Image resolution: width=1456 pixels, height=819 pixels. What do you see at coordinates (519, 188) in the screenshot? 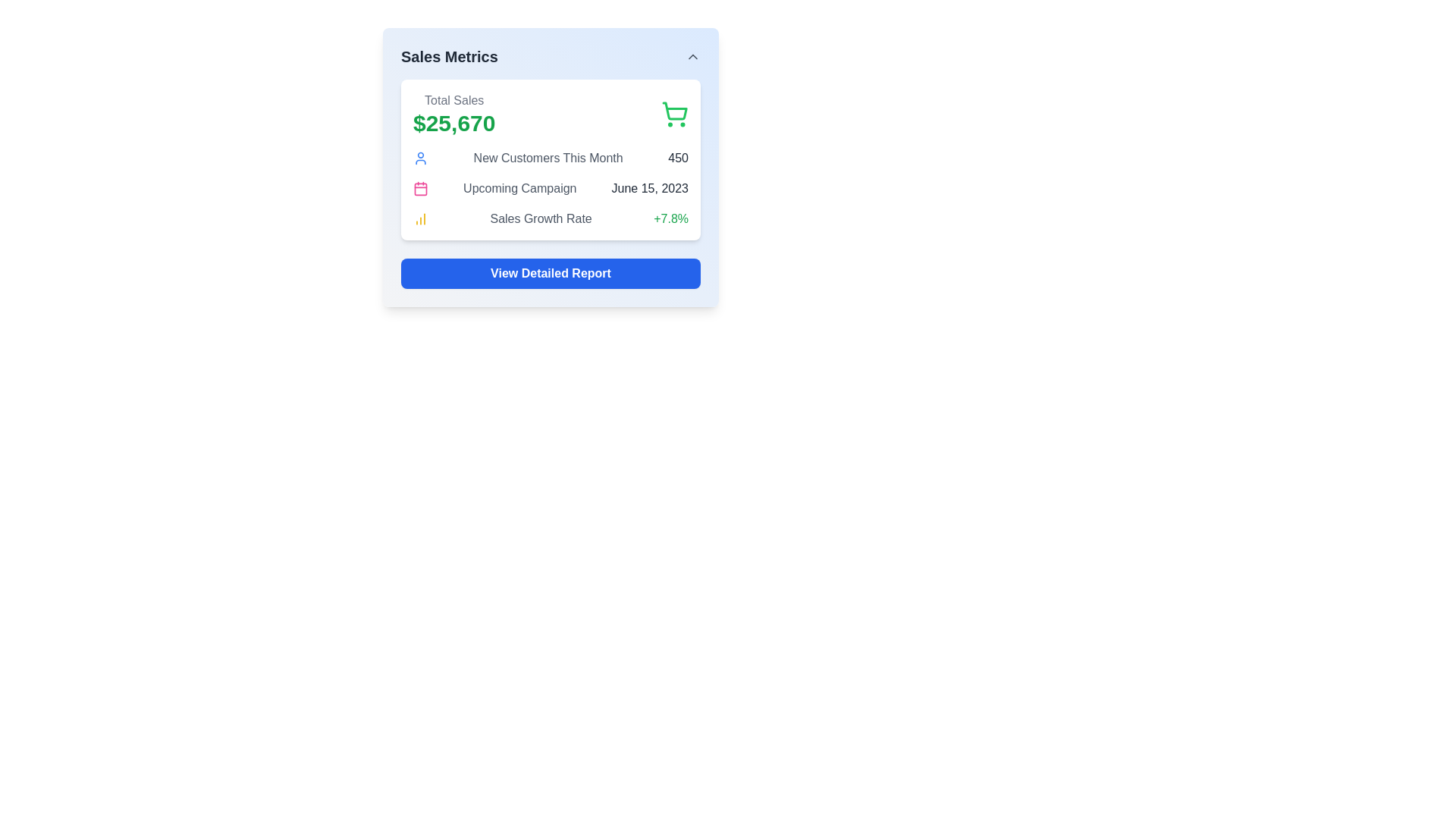
I see `the text label reading 'Upcoming Campaign' styled in gray font, which is located within the Sales Metrics card, aligned below a pink calendar icon and alongside the date 'June 15, 2023'` at bounding box center [519, 188].